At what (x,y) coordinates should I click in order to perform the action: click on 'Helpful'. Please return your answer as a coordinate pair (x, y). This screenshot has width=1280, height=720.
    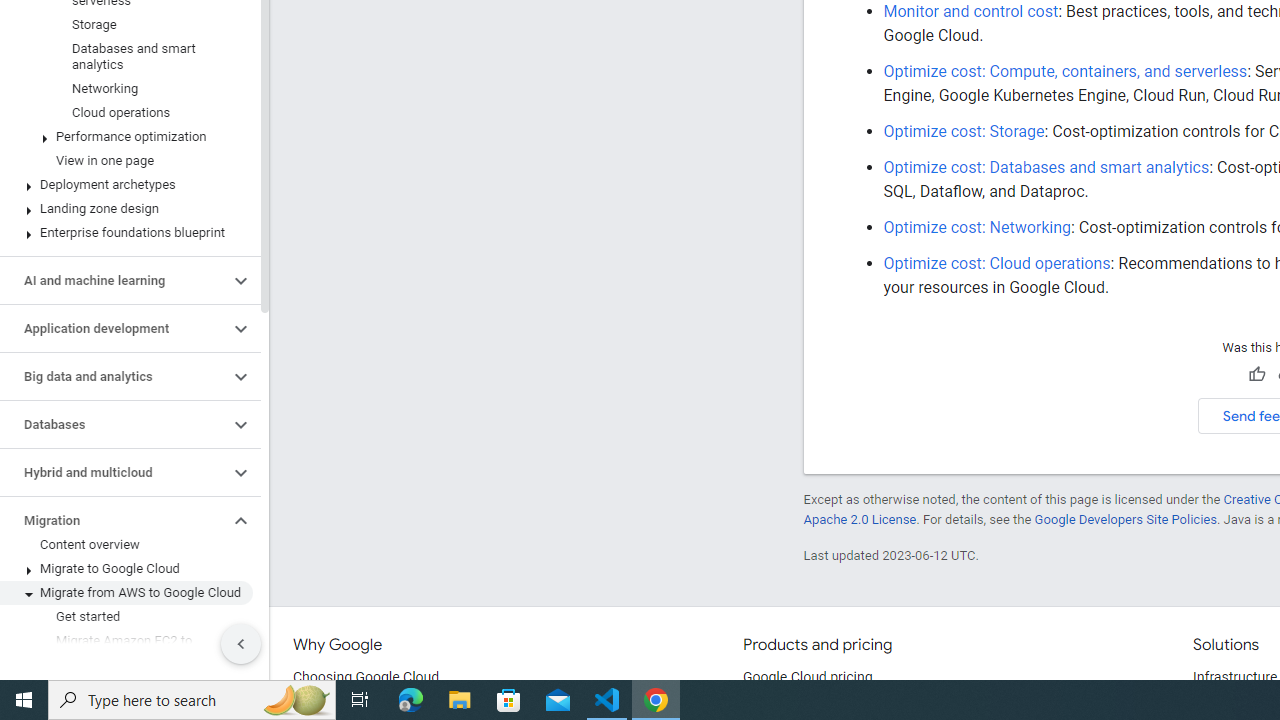
    Looking at the image, I should click on (1255, 375).